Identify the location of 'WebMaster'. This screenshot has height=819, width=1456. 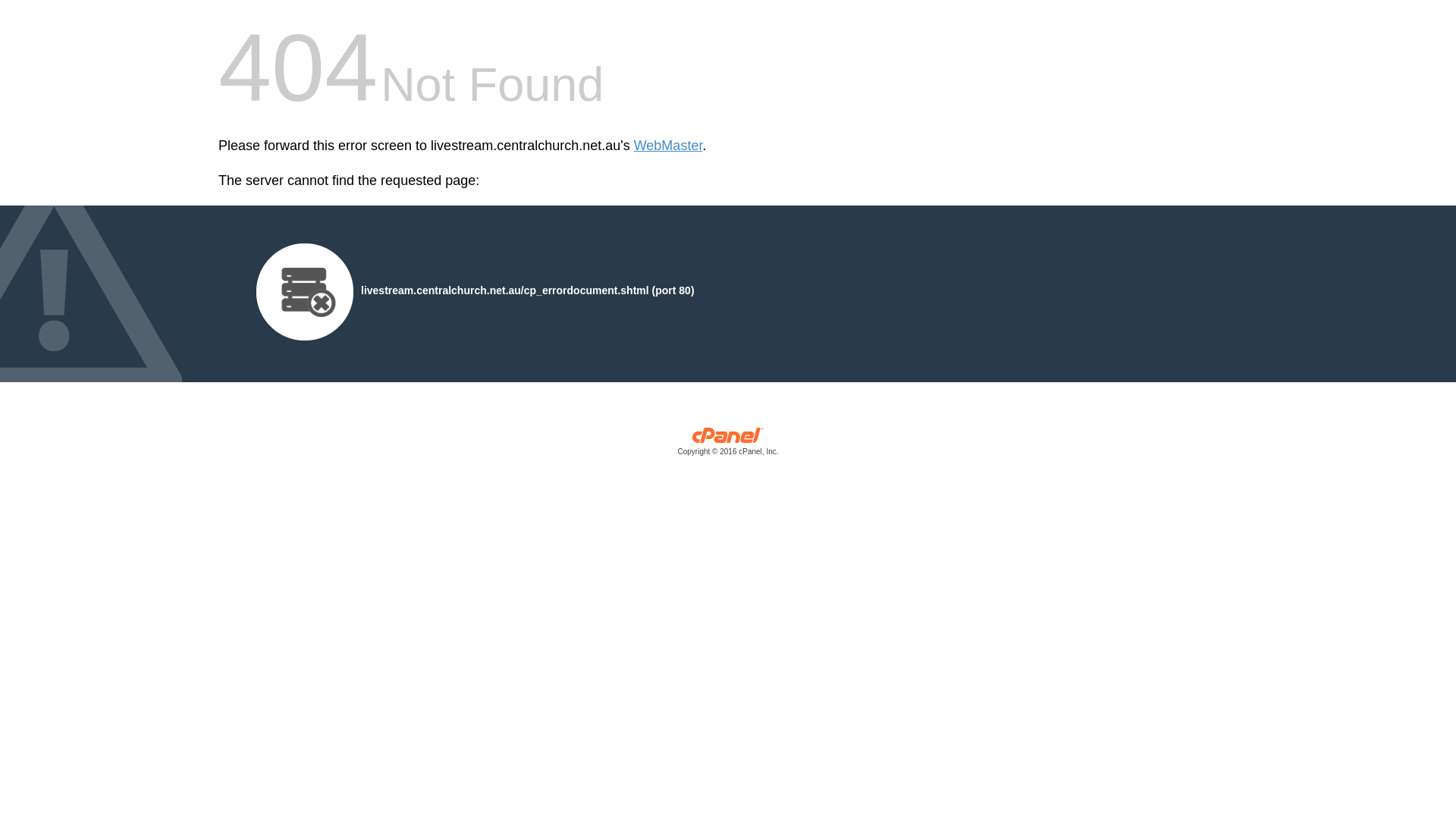
(667, 146).